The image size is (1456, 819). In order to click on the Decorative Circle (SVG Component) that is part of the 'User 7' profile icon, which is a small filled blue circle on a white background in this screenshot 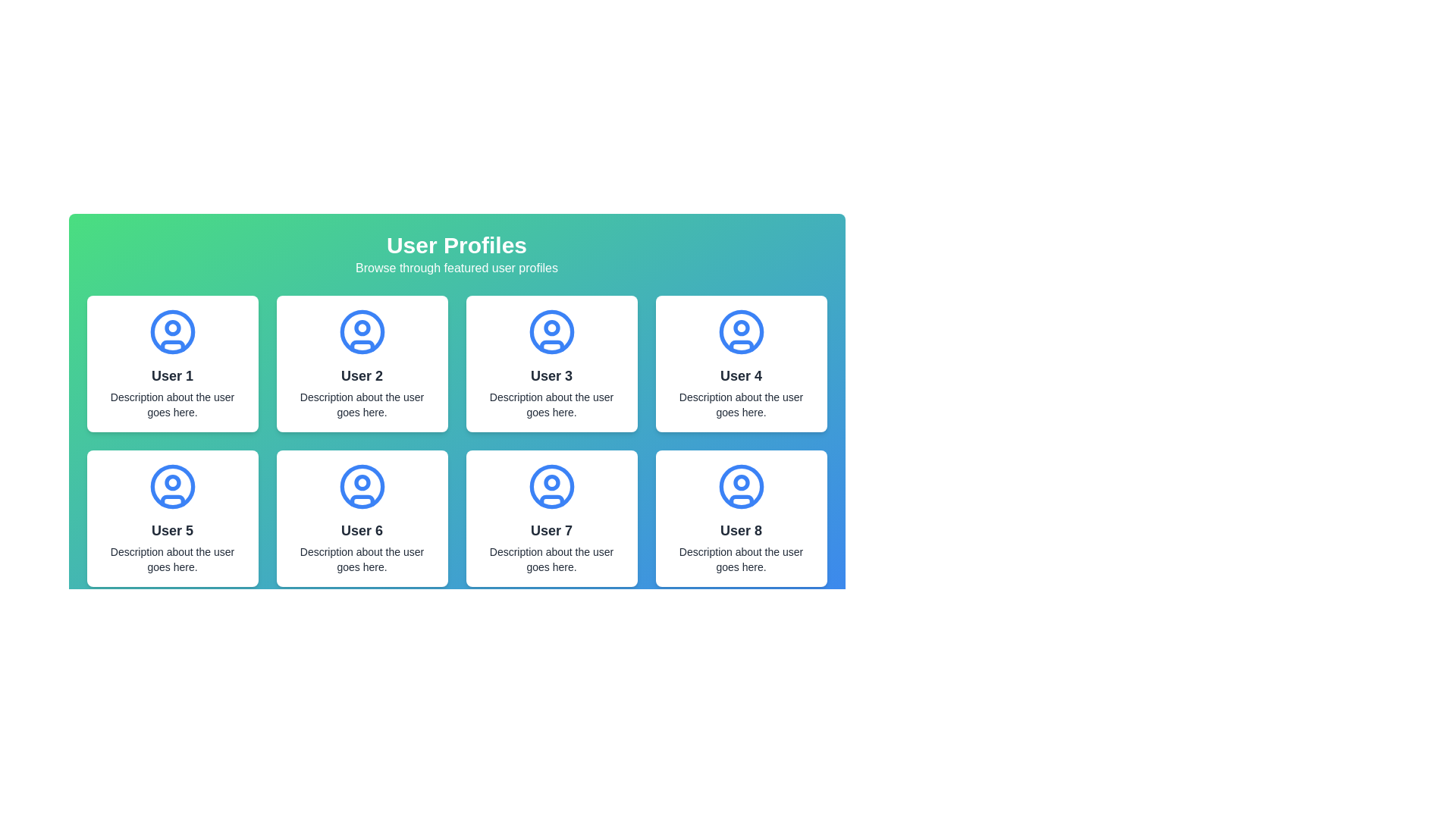, I will do `click(551, 482)`.